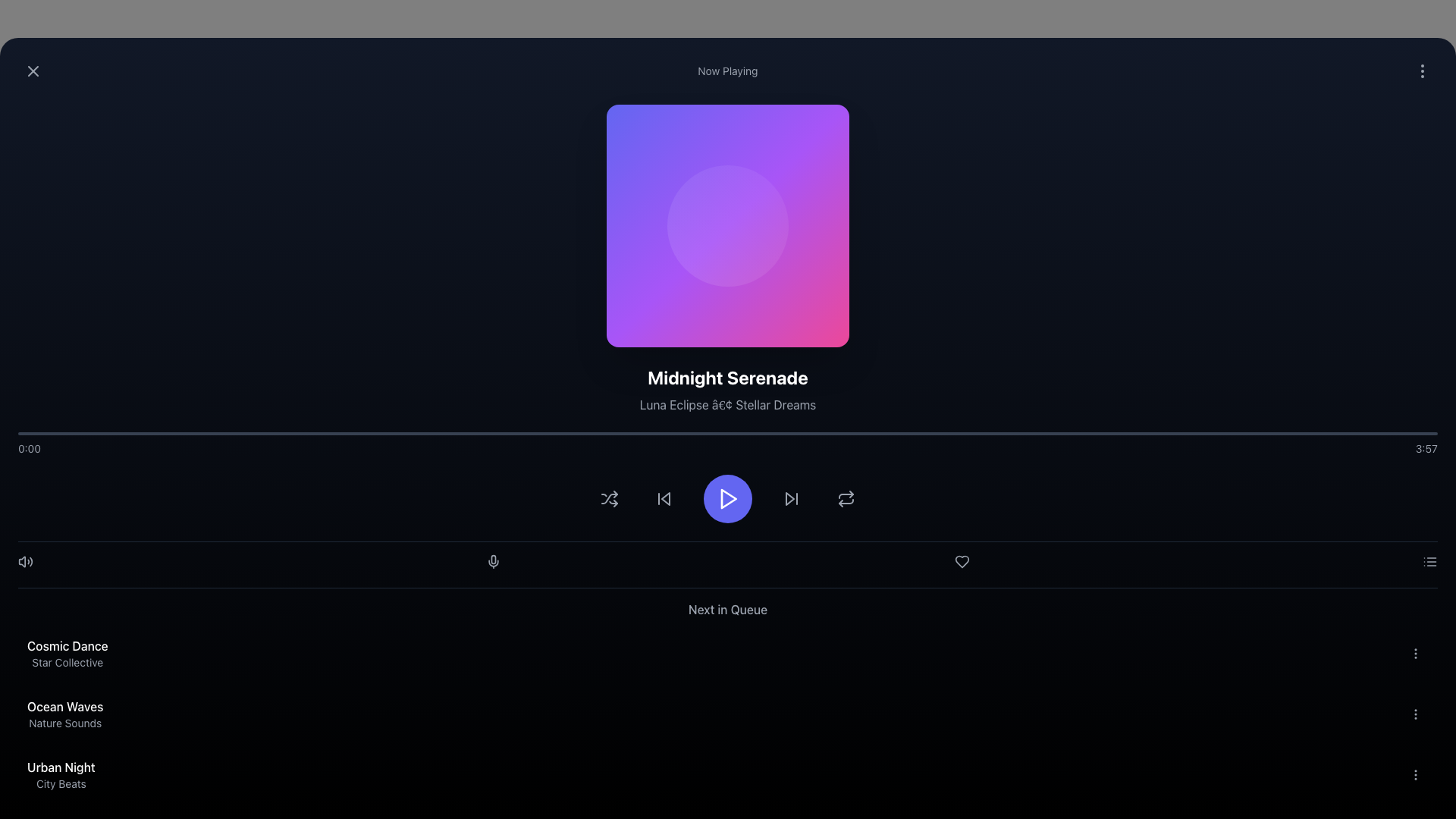  I want to click on the vertical ellipsis icon, which consists of three small gray circular dots aligned vertically in the top-right corner of the dark-themed interface, so click(1422, 71).